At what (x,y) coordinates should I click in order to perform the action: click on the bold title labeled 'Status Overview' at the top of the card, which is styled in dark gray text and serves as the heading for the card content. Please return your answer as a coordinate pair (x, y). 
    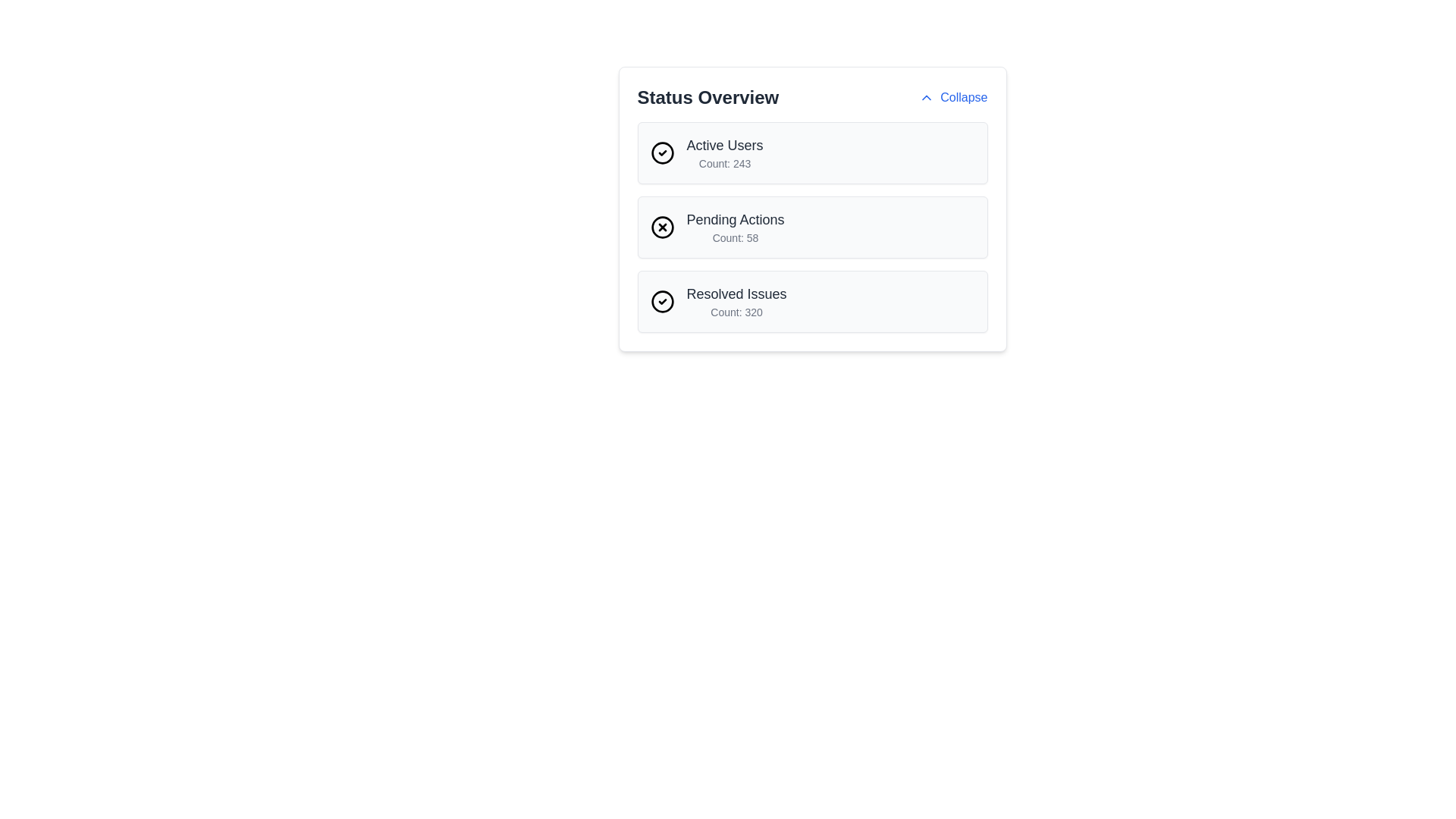
    Looking at the image, I should click on (707, 97).